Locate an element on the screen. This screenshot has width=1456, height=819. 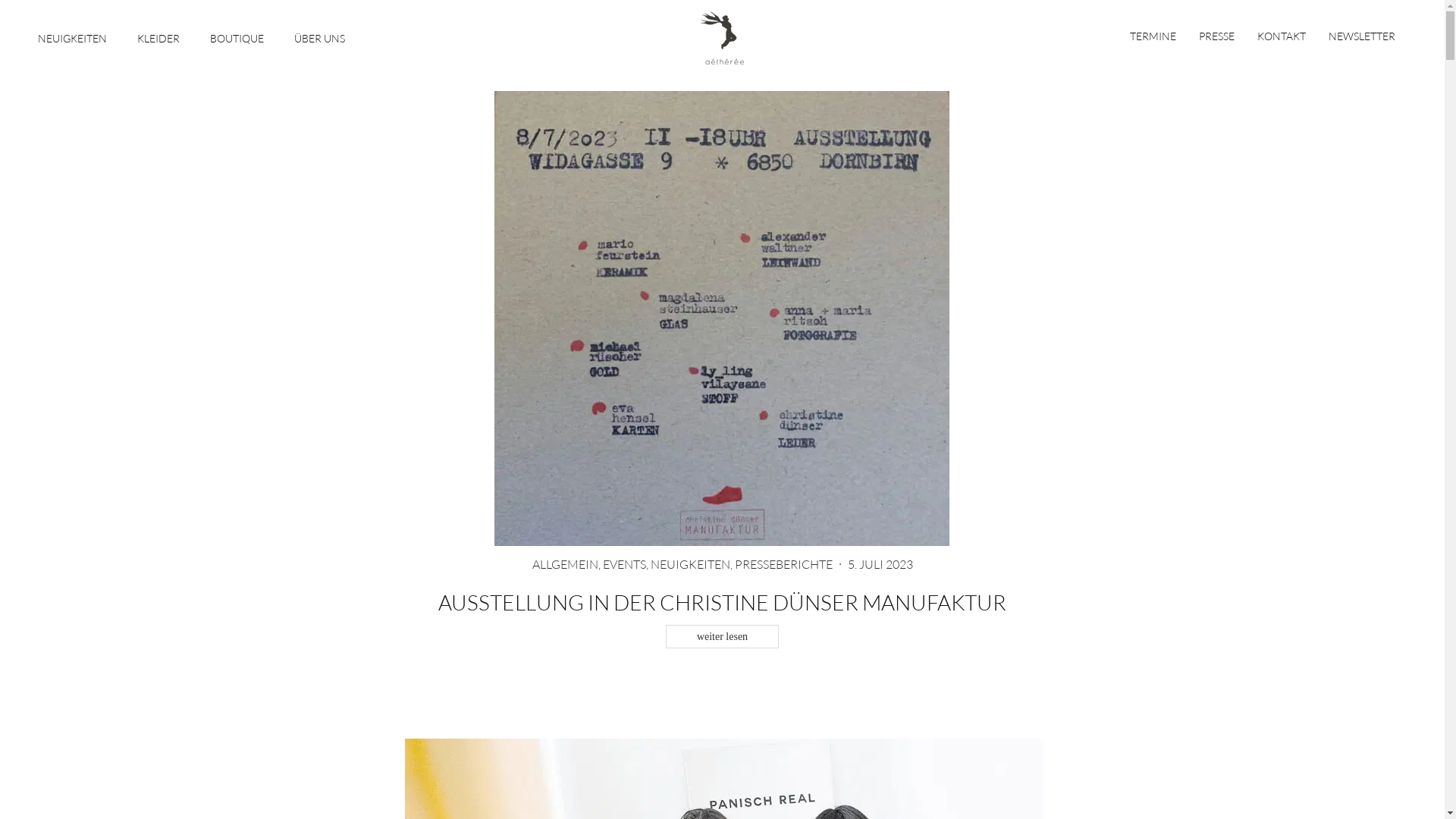
'PRESSEBERICHTE' is located at coordinates (783, 564).